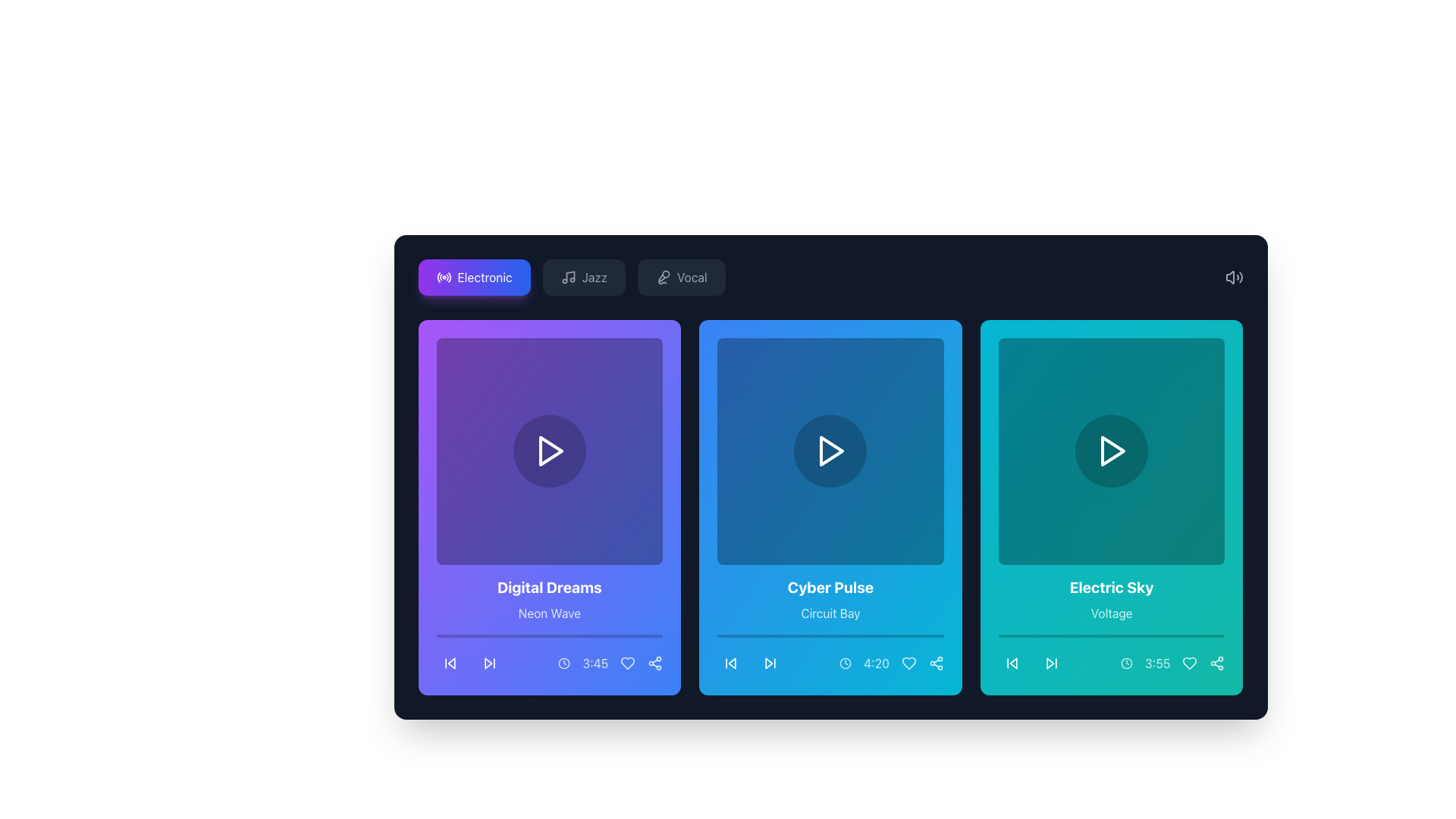  What do you see at coordinates (1012, 662) in the screenshot?
I see `the circular button with a back arrow icon in the bottom right section of the 'Electric Sky' card to skip back` at bounding box center [1012, 662].